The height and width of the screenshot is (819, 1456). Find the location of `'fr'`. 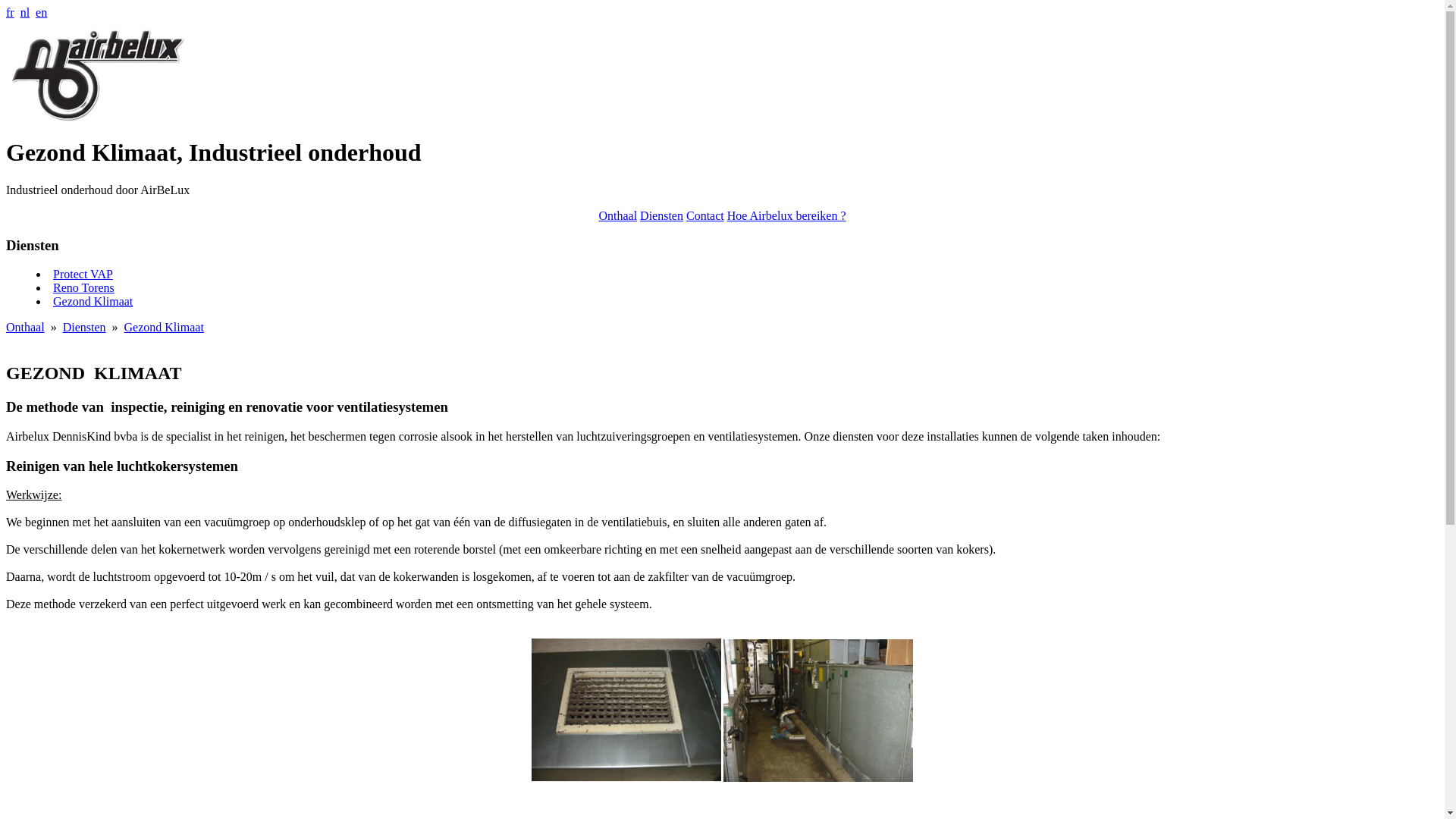

'fr' is located at coordinates (10, 12).